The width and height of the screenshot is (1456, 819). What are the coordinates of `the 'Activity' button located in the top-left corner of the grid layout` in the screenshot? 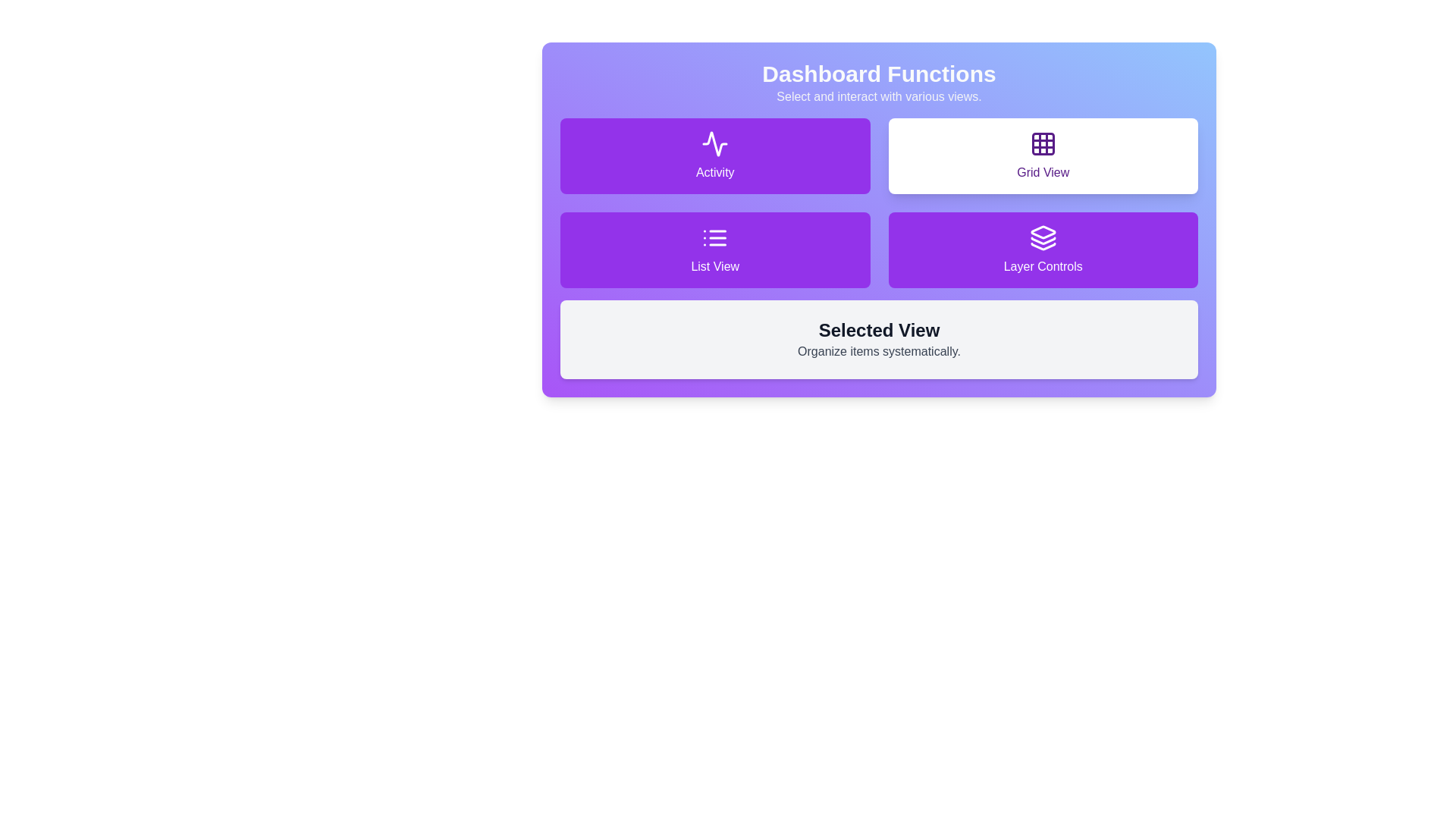 It's located at (714, 155).